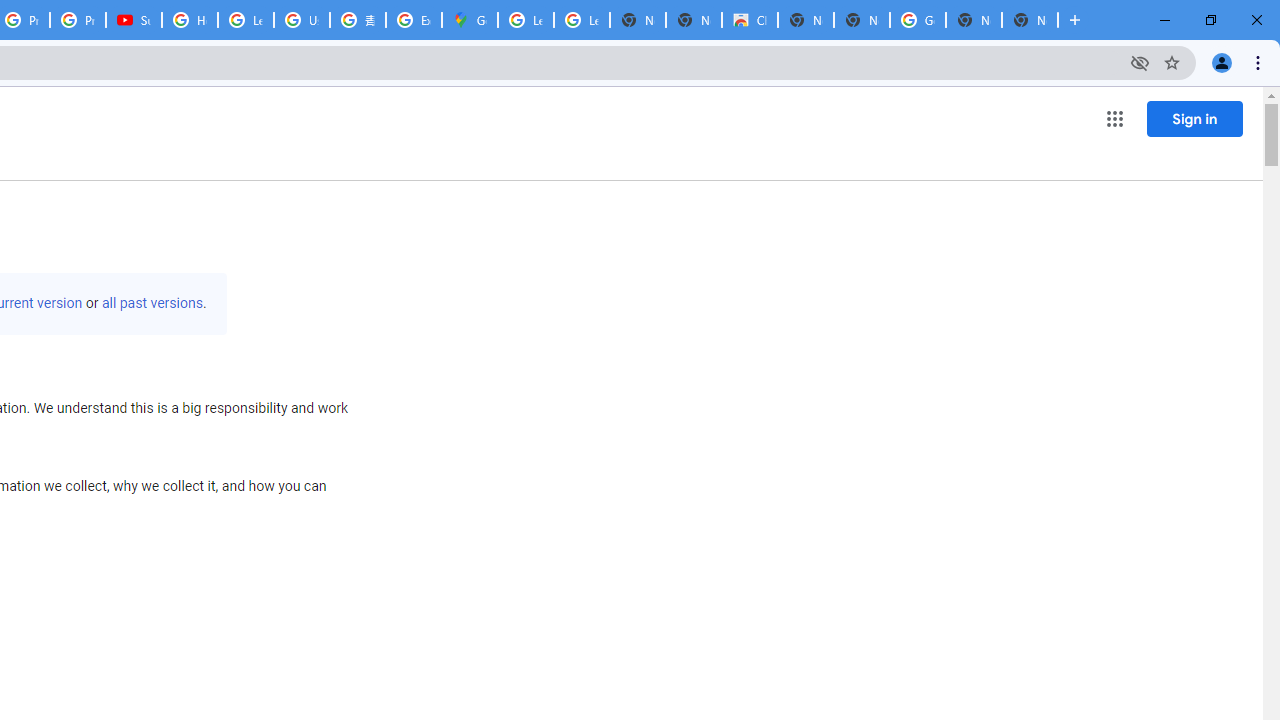 The width and height of the screenshot is (1280, 720). What do you see at coordinates (468, 20) in the screenshot?
I see `'Google Maps'` at bounding box center [468, 20].